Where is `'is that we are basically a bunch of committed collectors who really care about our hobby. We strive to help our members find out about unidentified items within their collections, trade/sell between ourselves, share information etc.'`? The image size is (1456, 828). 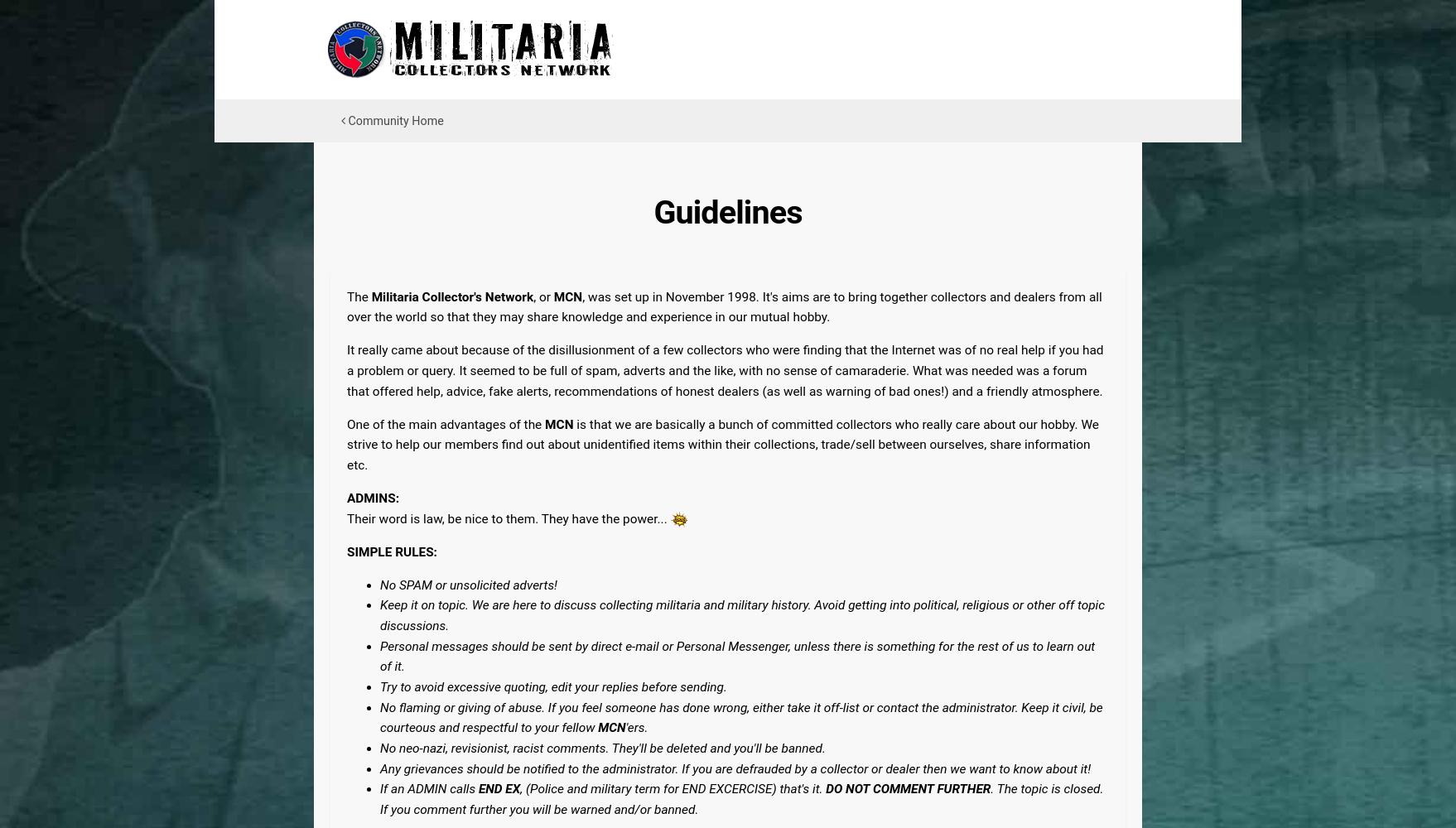 'is that we are basically a bunch of committed collectors who really care about our hobby. We strive to help our members find out about unidentified items within their collections, trade/sell between ourselves, share information etc.' is located at coordinates (346, 445).